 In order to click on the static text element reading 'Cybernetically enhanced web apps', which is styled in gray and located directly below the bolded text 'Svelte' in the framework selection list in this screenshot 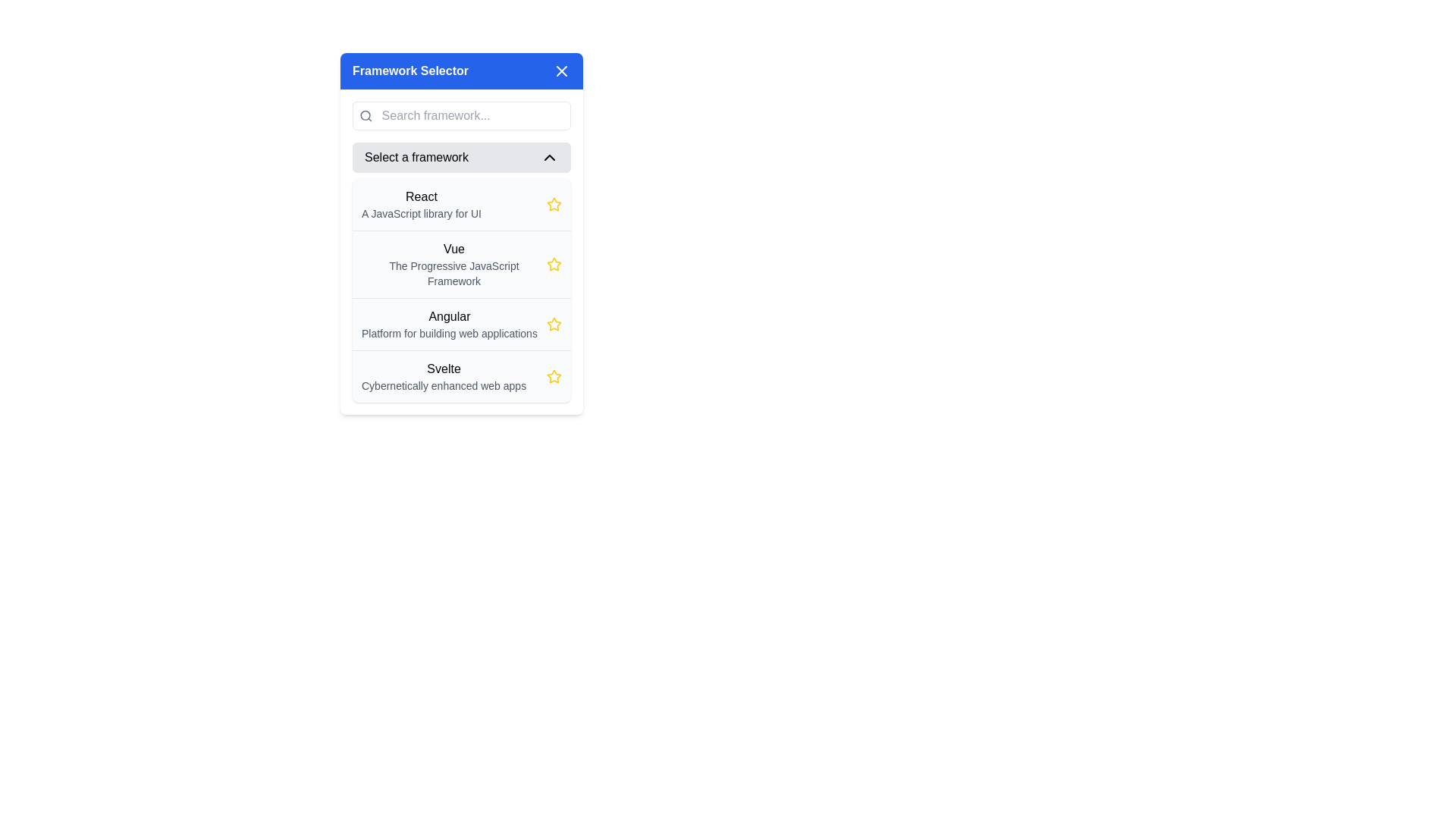, I will do `click(443, 385)`.